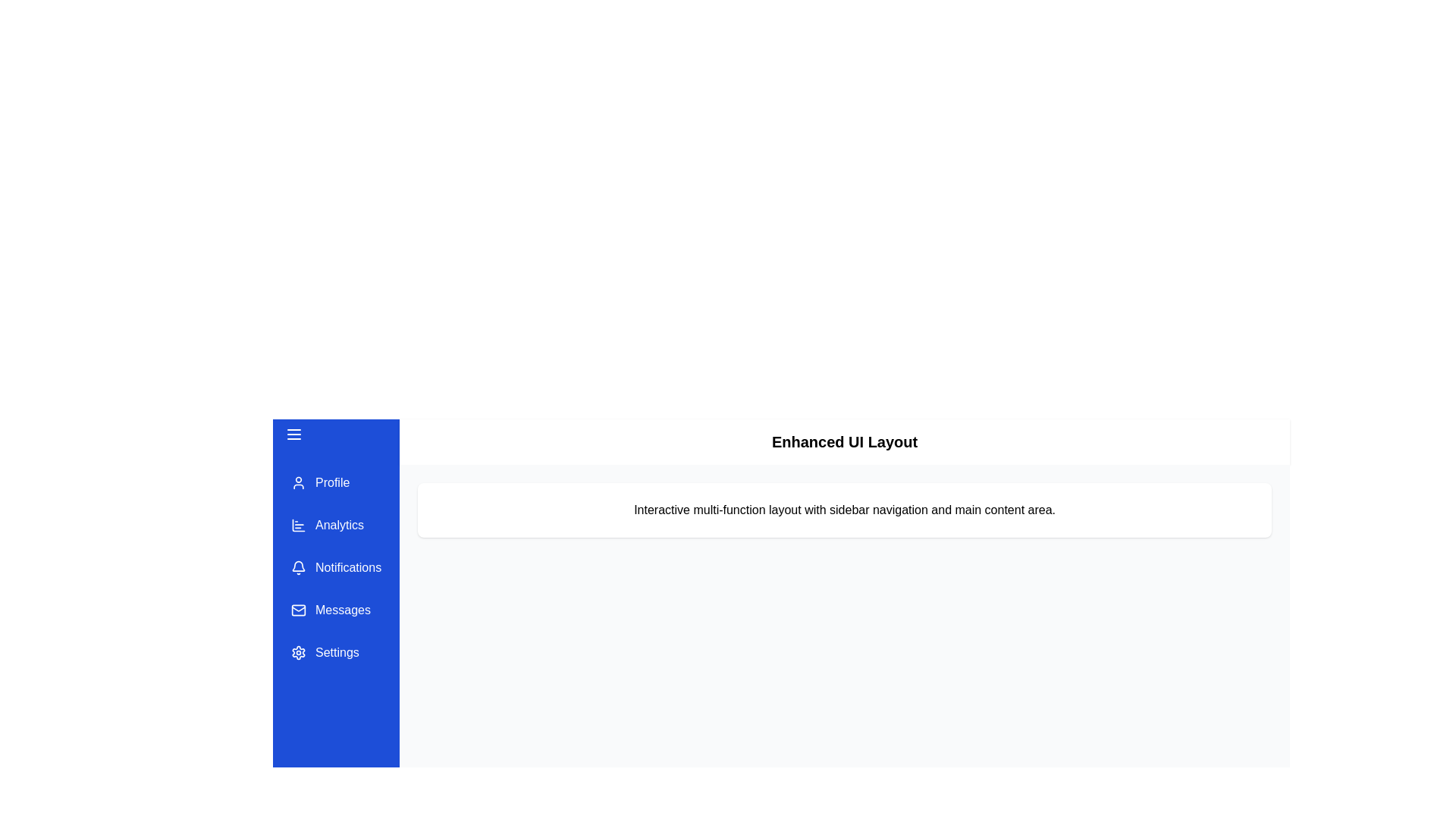  What do you see at coordinates (342, 610) in the screenshot?
I see `the Text label in the vertical navigation menu` at bounding box center [342, 610].